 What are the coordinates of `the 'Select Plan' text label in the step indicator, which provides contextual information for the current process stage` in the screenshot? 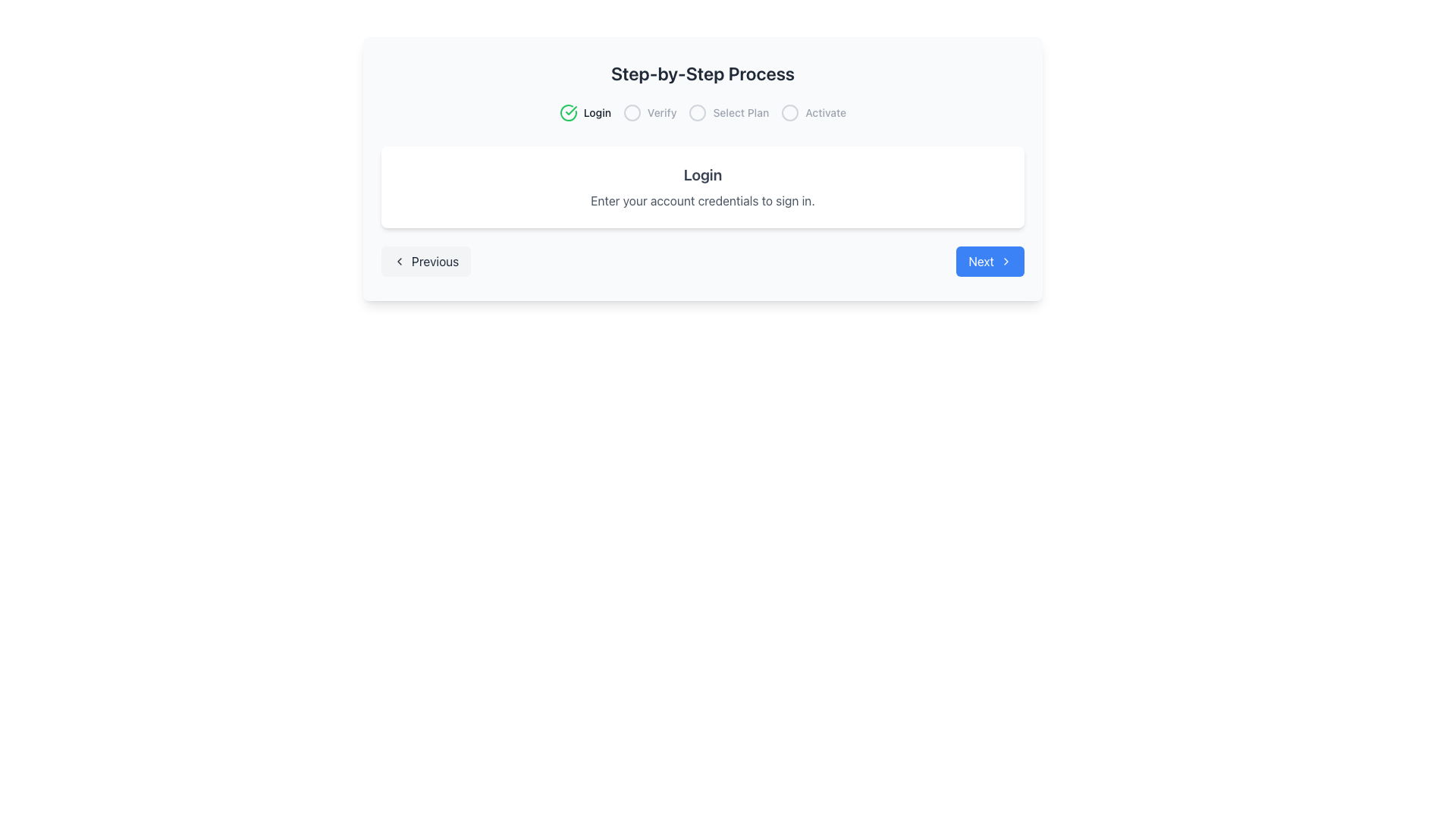 It's located at (741, 112).